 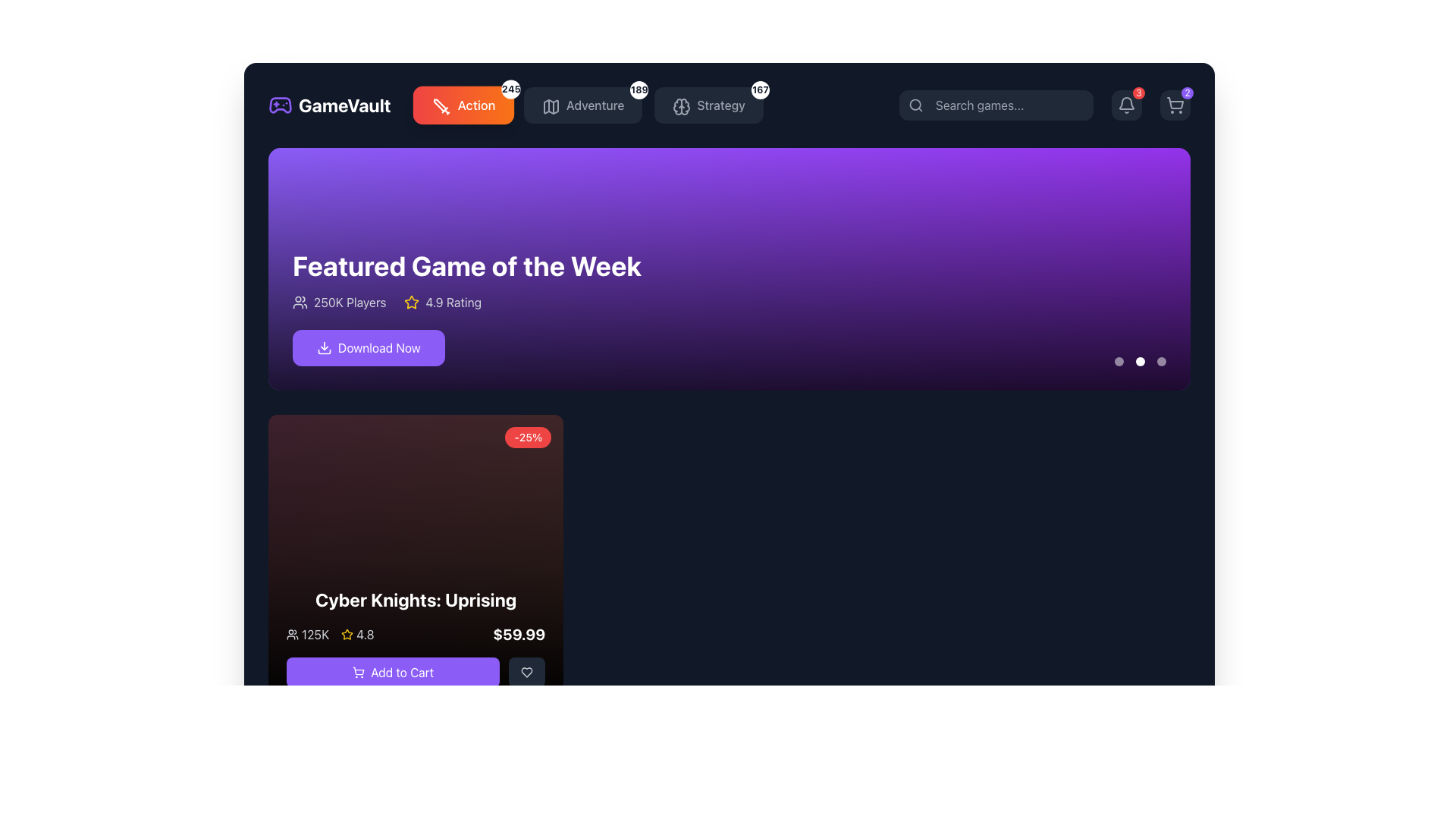 What do you see at coordinates (412, 302) in the screenshot?
I see `the static decorative SVG star icon that visually represents the rating system for the featured game, located in the top header bar next to the 4.9 rating score` at bounding box center [412, 302].